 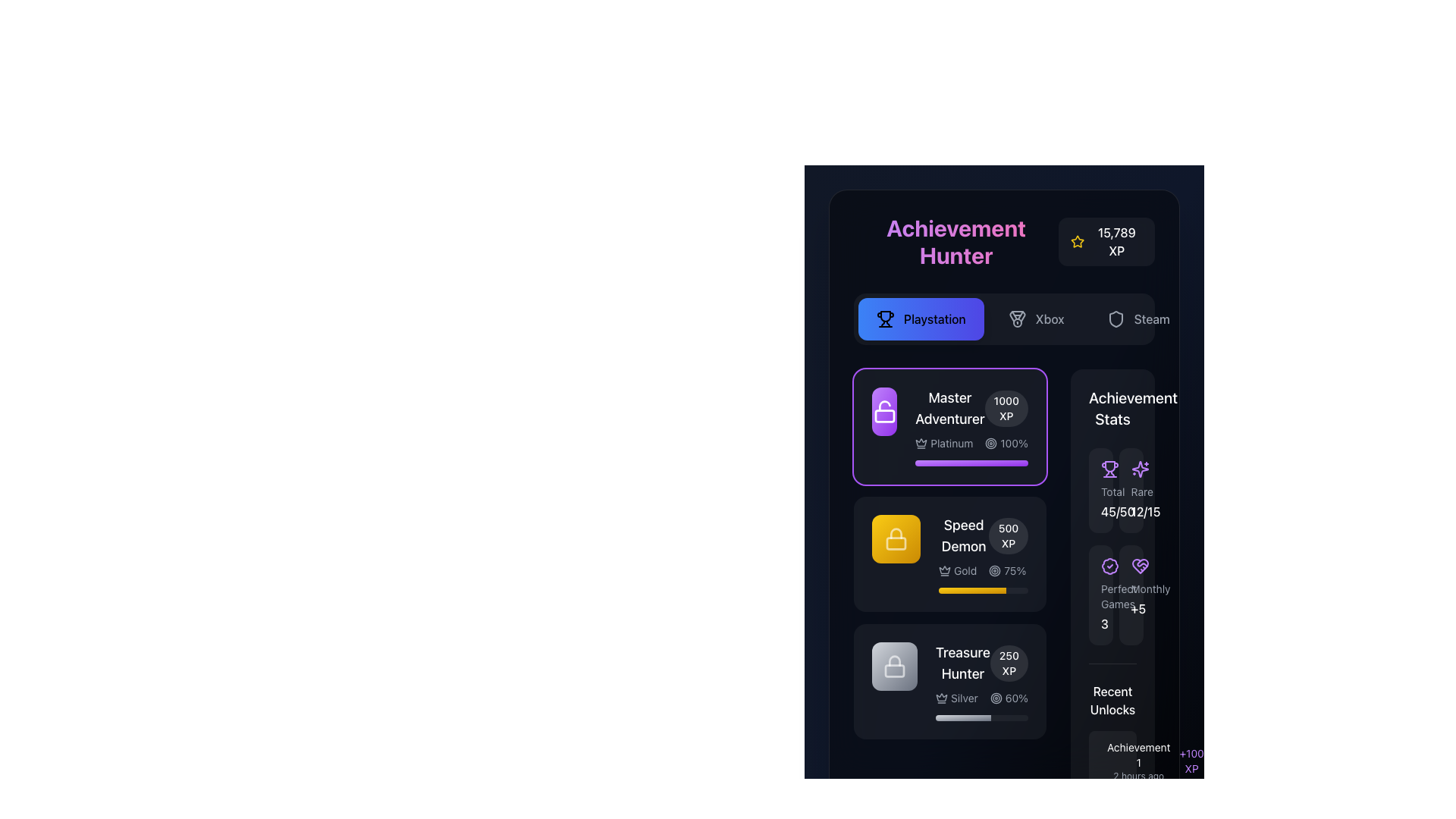 I want to click on displayed value of the text indicating the completion rate of the 'Master Adventurer' achievement located at the bottom right corner of the card, adjacent to the 'Platinum' label, so click(x=1006, y=444).